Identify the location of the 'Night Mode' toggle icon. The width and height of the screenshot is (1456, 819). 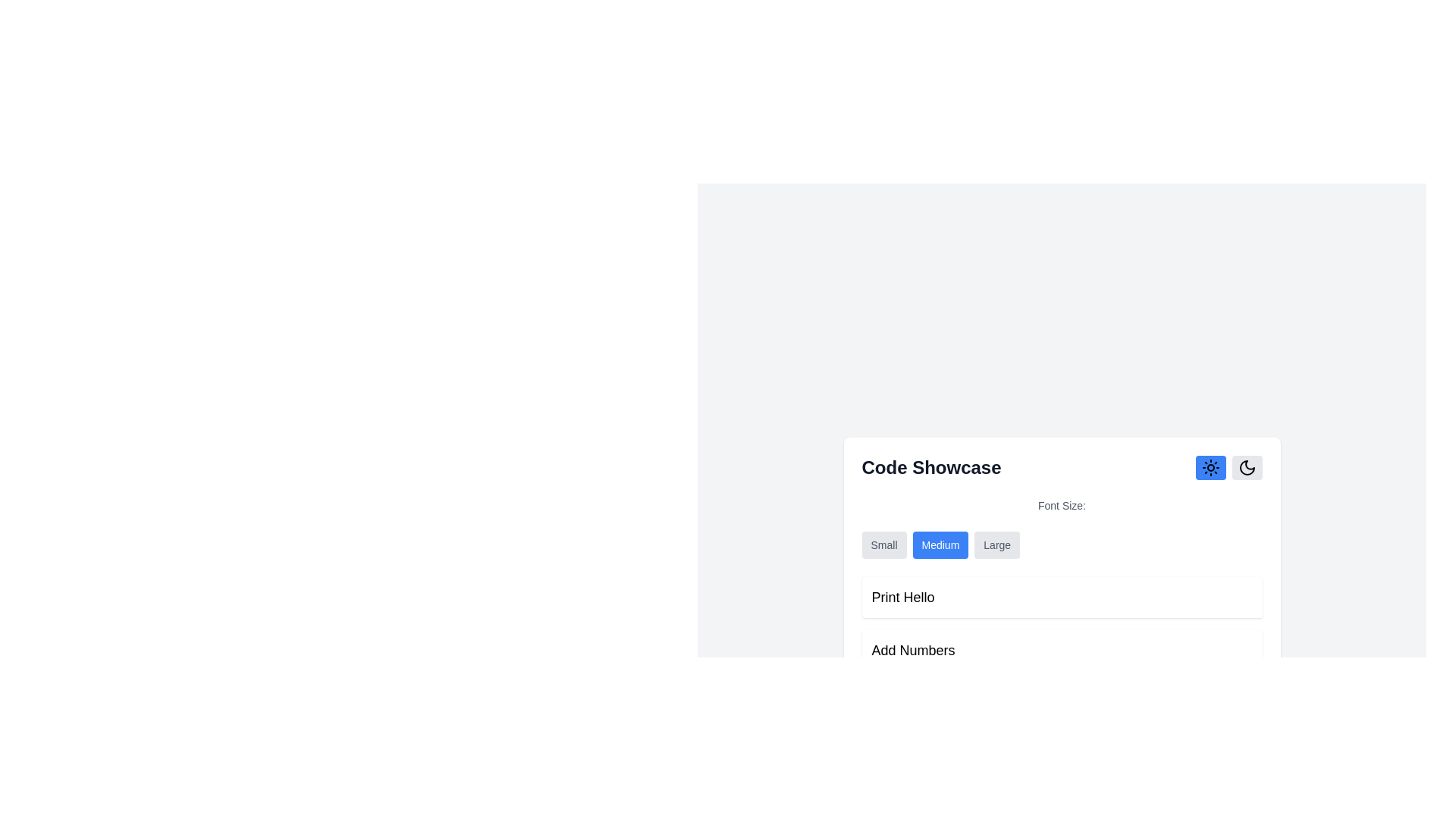
(1247, 467).